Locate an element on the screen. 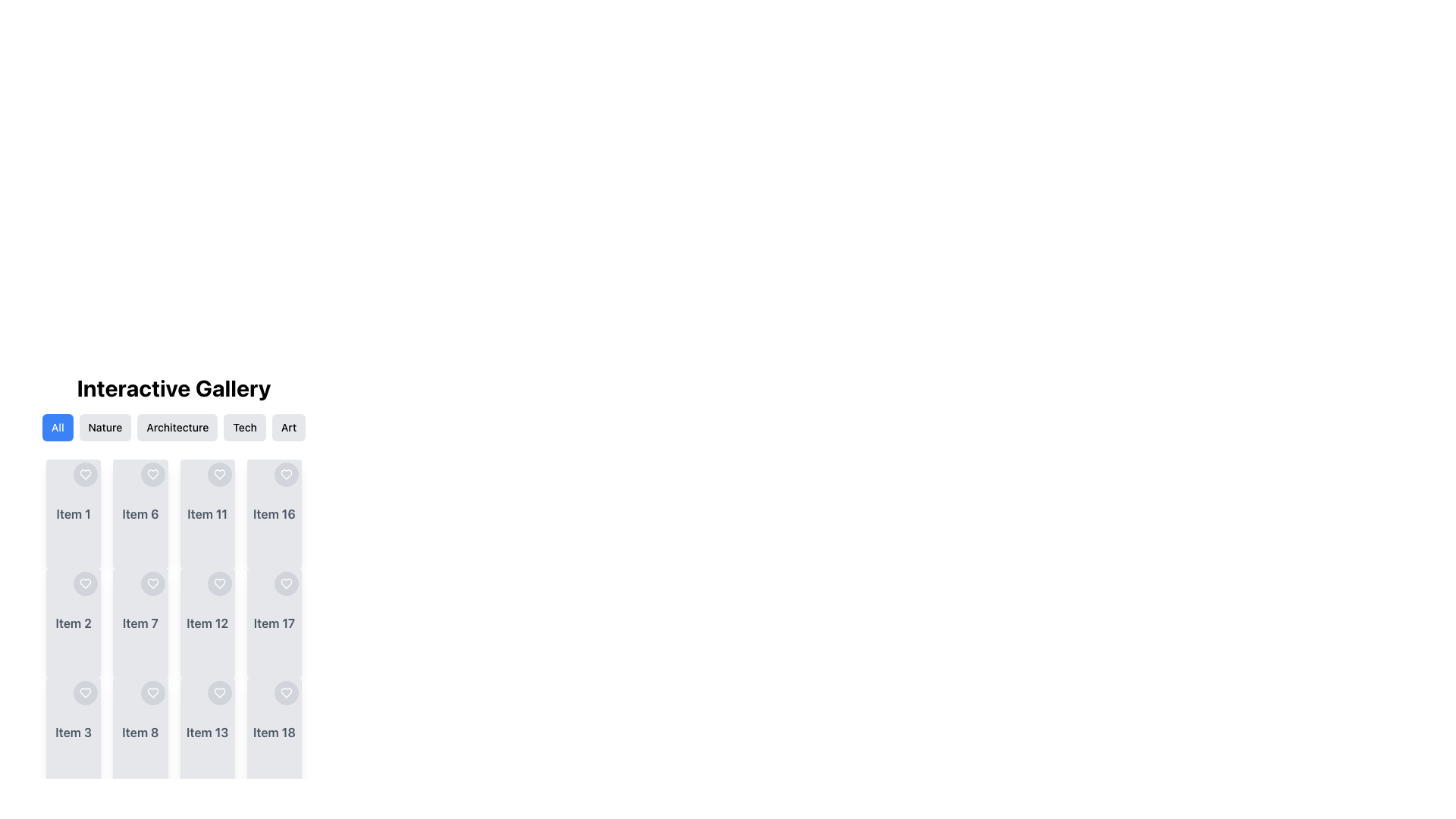 The width and height of the screenshot is (1456, 819). the 'Item 17' text label displayed in bold gray font, located in the fourth column, third row of the grid under 'Interactive Gallery' is located at coordinates (274, 623).